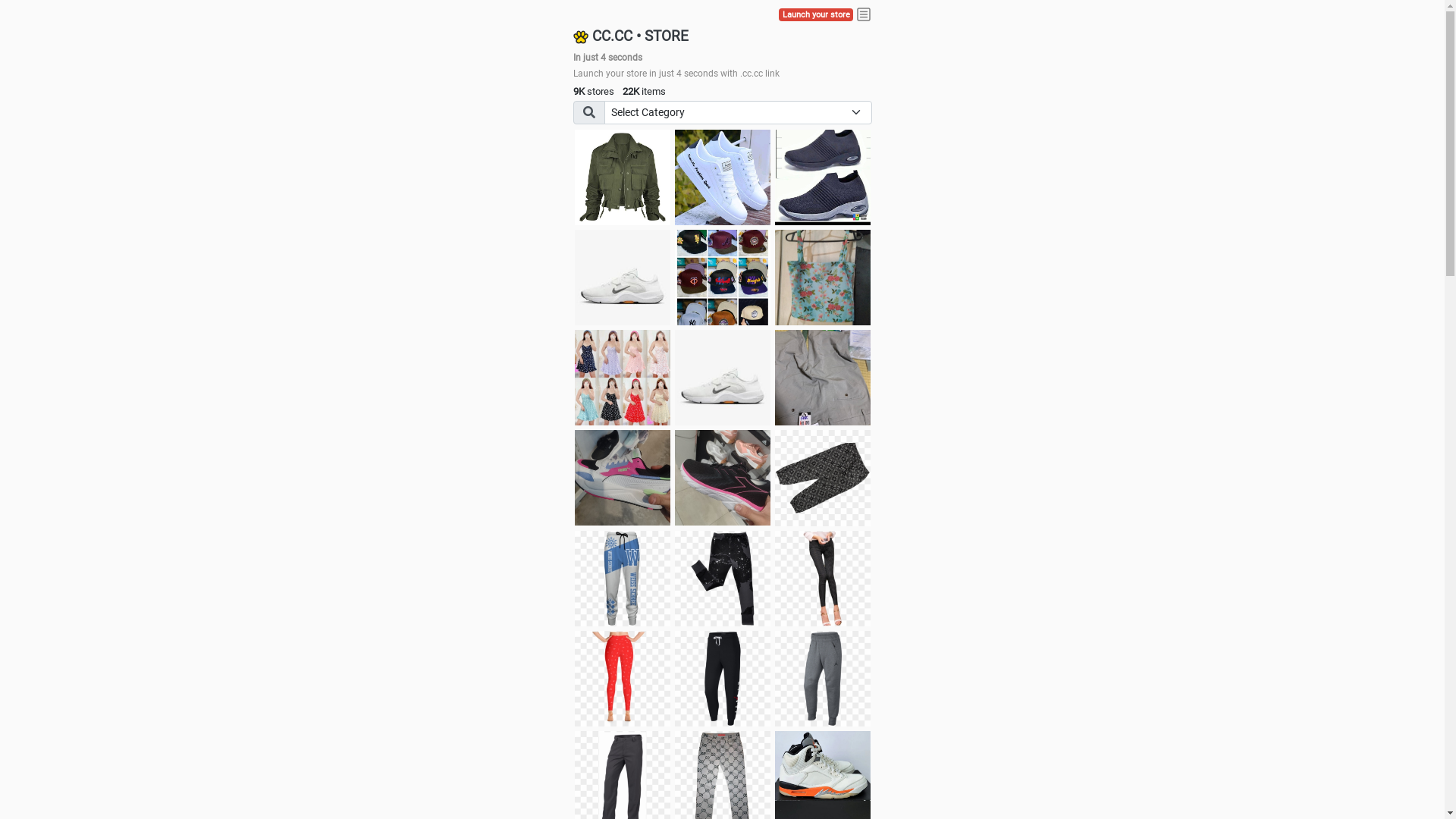 This screenshot has width=1456, height=819. I want to click on 'Pant', so click(622, 579).